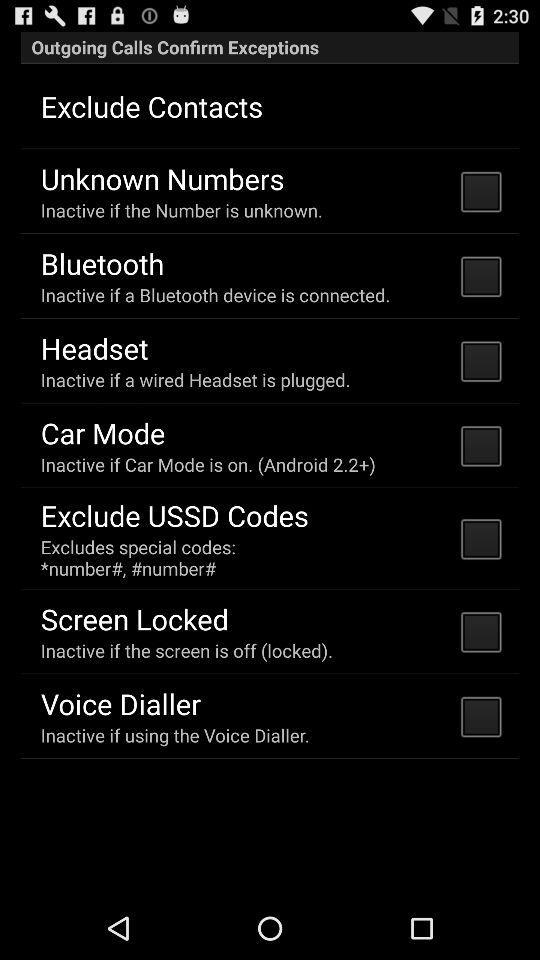  Describe the element at coordinates (479, 360) in the screenshot. I see `the checkbox to the right of headset` at that location.